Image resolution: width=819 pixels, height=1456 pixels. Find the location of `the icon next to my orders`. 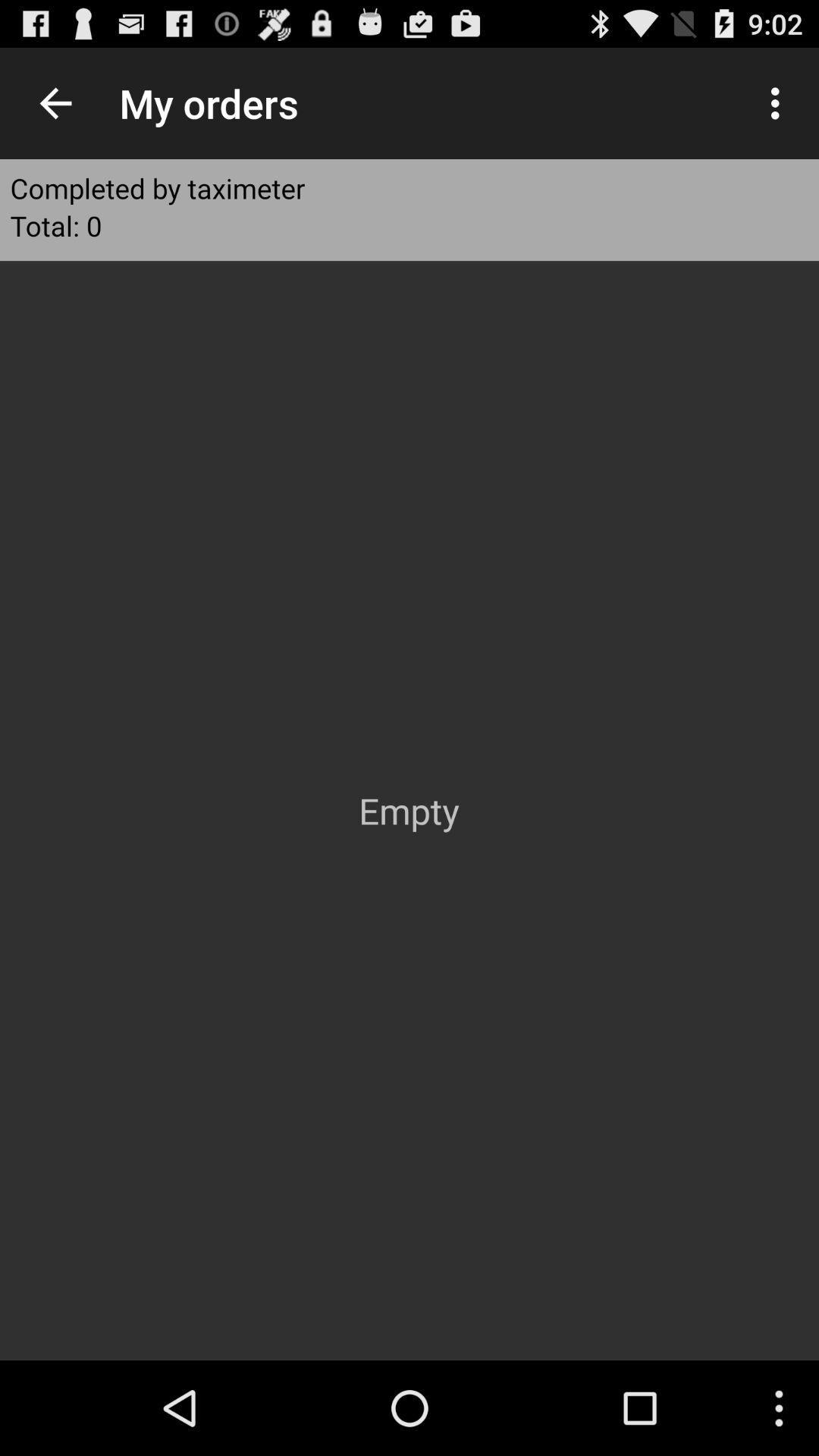

the icon next to my orders is located at coordinates (55, 102).